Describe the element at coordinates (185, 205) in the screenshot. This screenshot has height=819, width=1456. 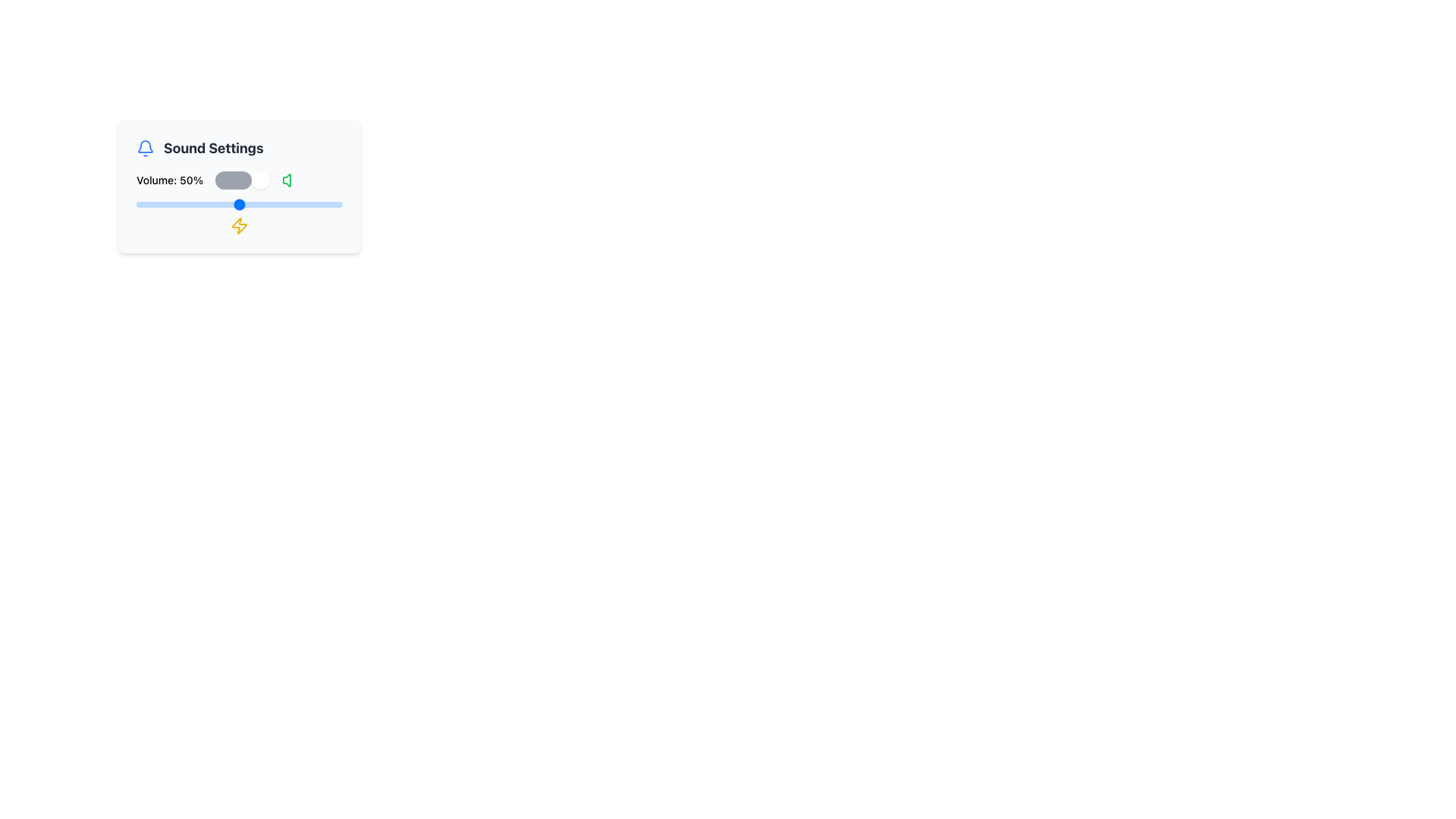
I see `the volume` at that location.